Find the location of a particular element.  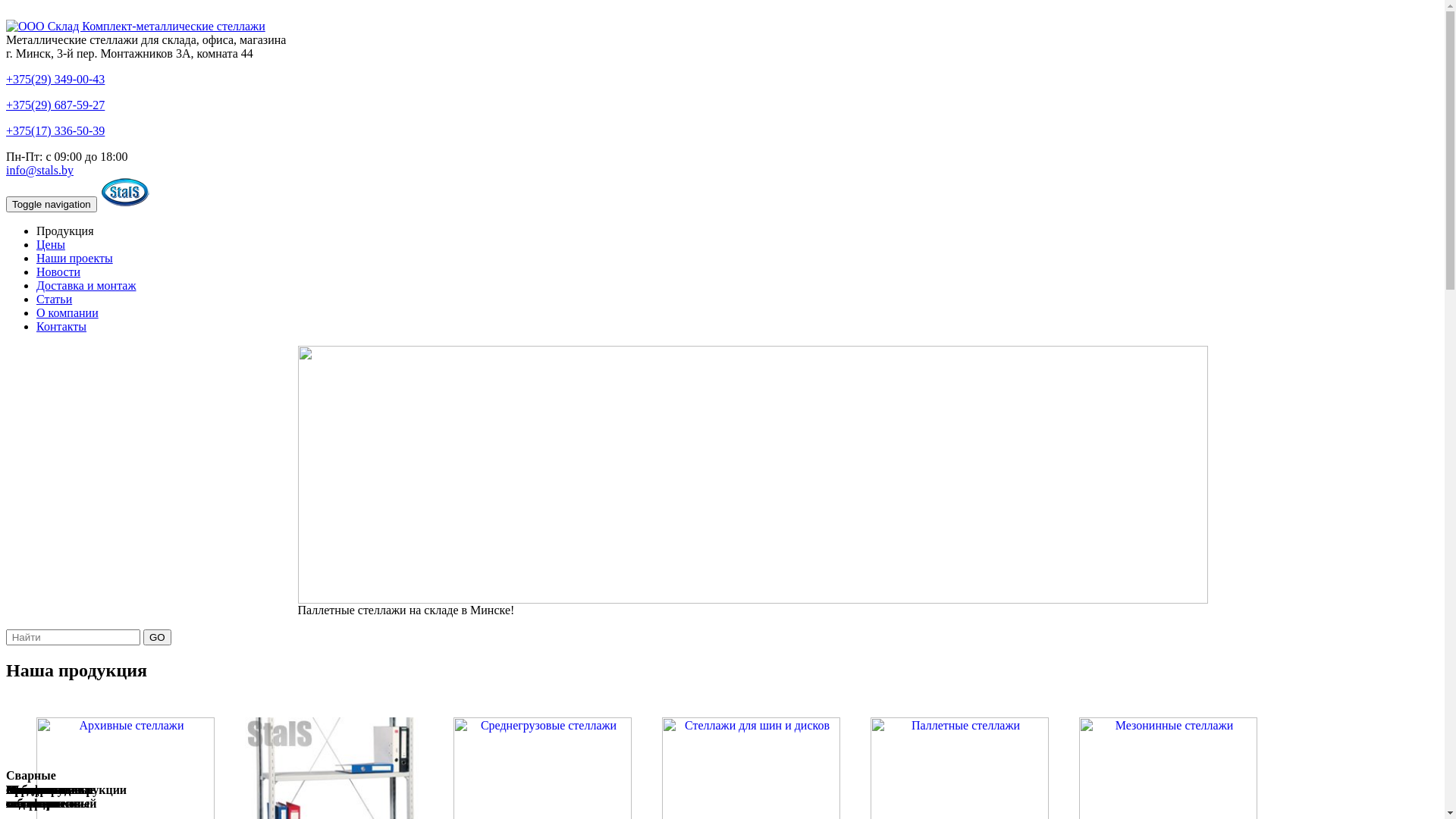

'+375(17) 336-50-39' is located at coordinates (55, 130).